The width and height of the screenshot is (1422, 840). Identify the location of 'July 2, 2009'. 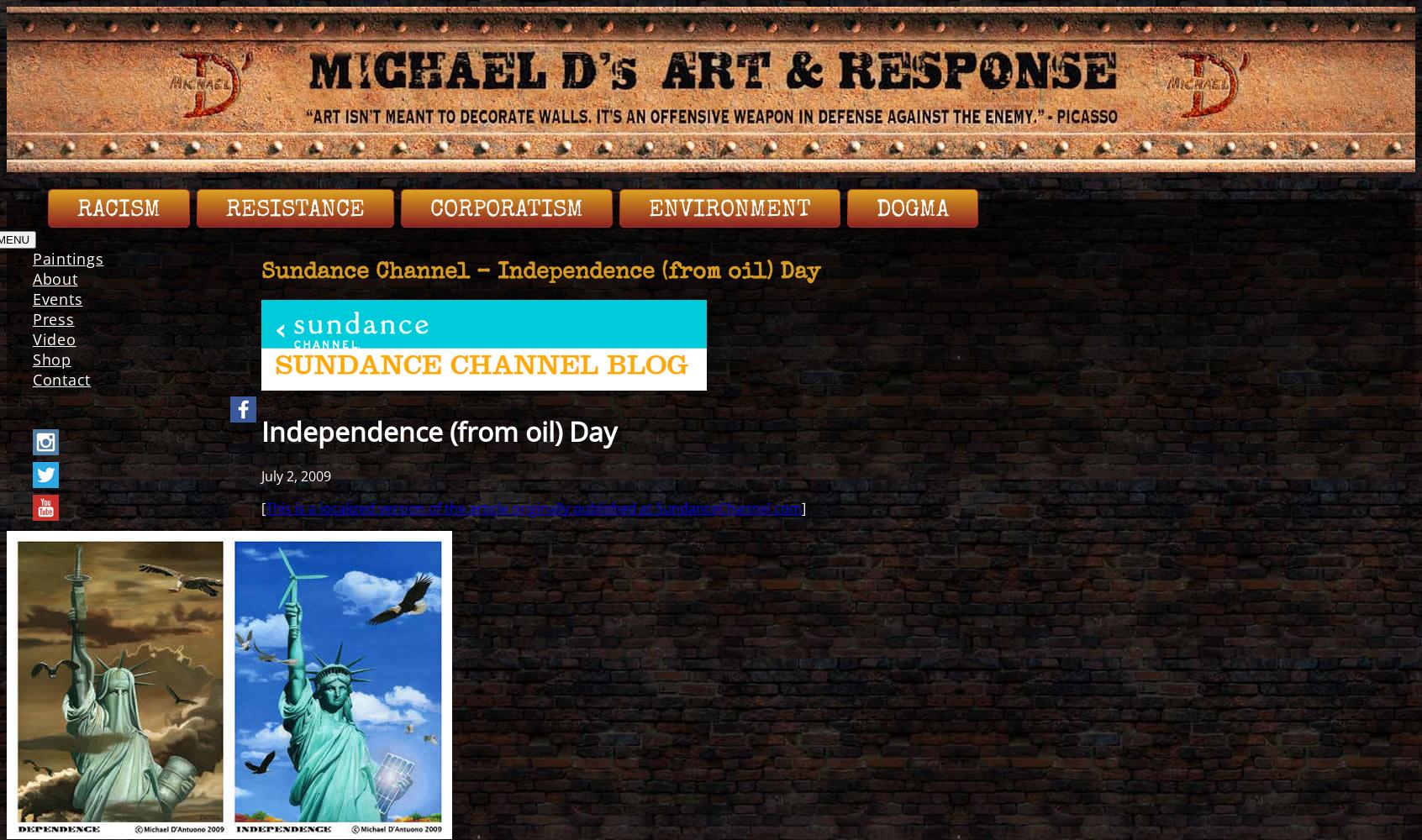
(295, 475).